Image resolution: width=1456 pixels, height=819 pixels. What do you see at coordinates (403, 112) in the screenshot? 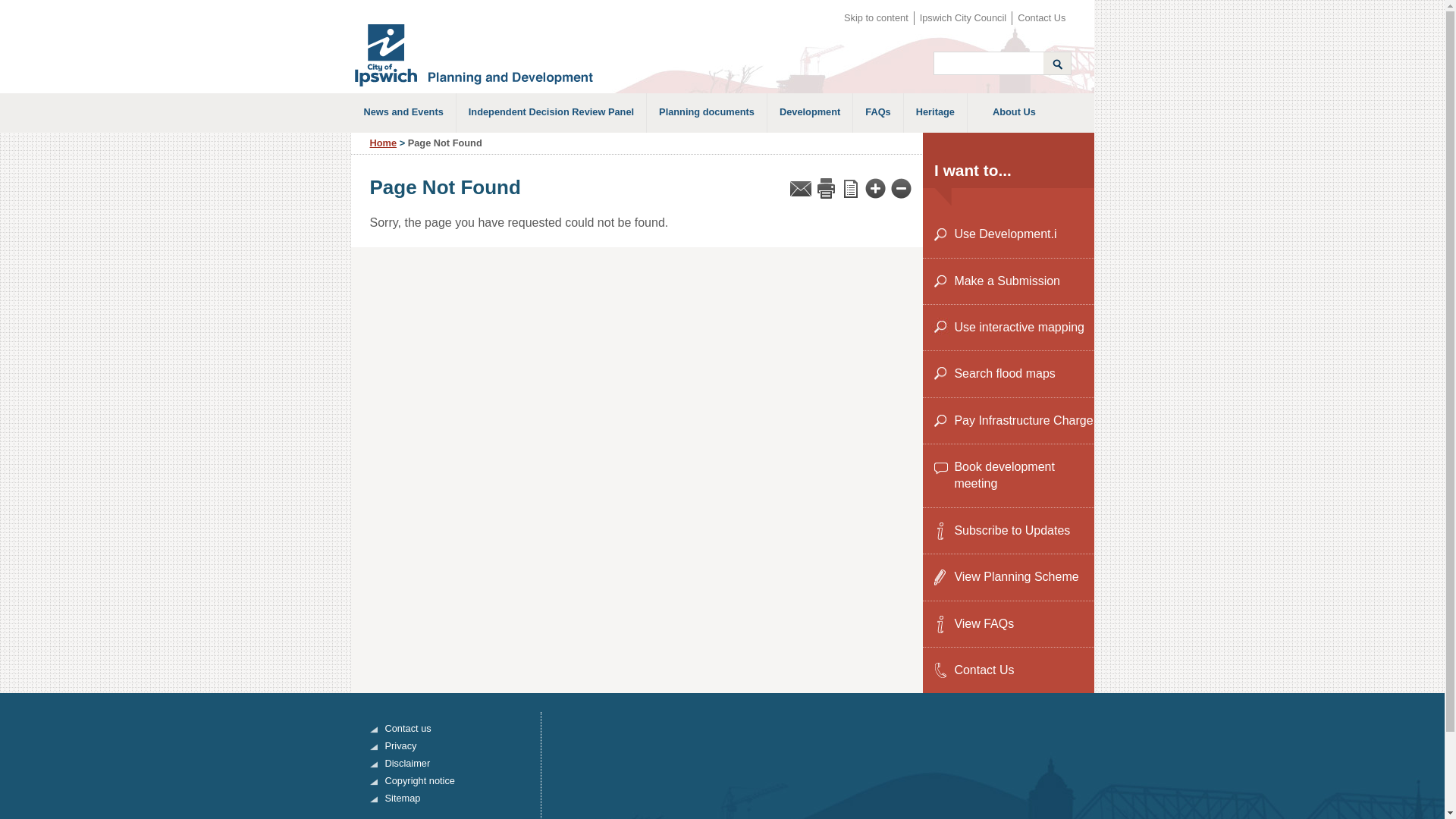
I see `'News and Events'` at bounding box center [403, 112].